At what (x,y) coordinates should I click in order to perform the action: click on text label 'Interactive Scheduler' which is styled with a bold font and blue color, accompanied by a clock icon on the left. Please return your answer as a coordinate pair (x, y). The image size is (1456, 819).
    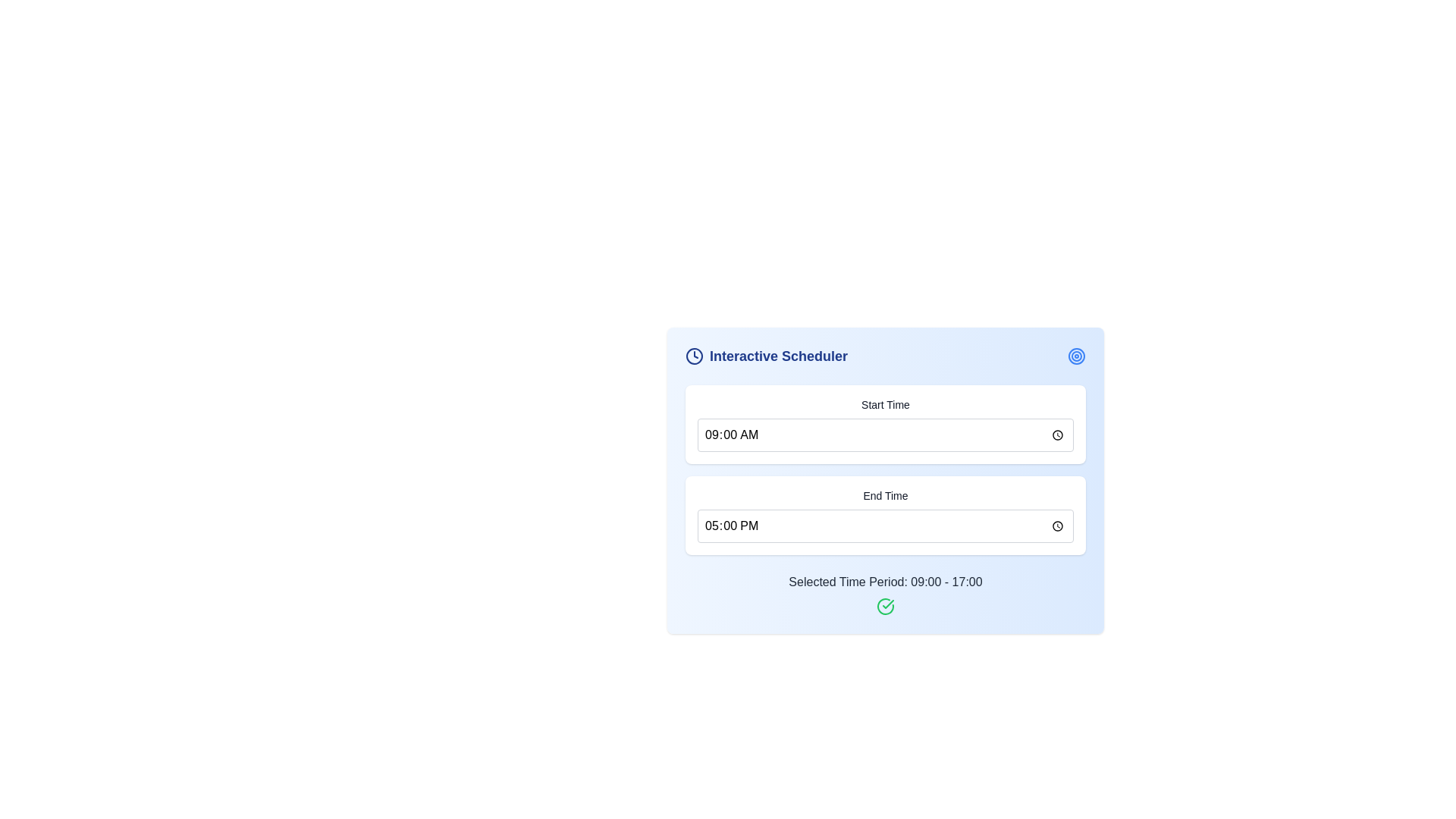
    Looking at the image, I should click on (767, 356).